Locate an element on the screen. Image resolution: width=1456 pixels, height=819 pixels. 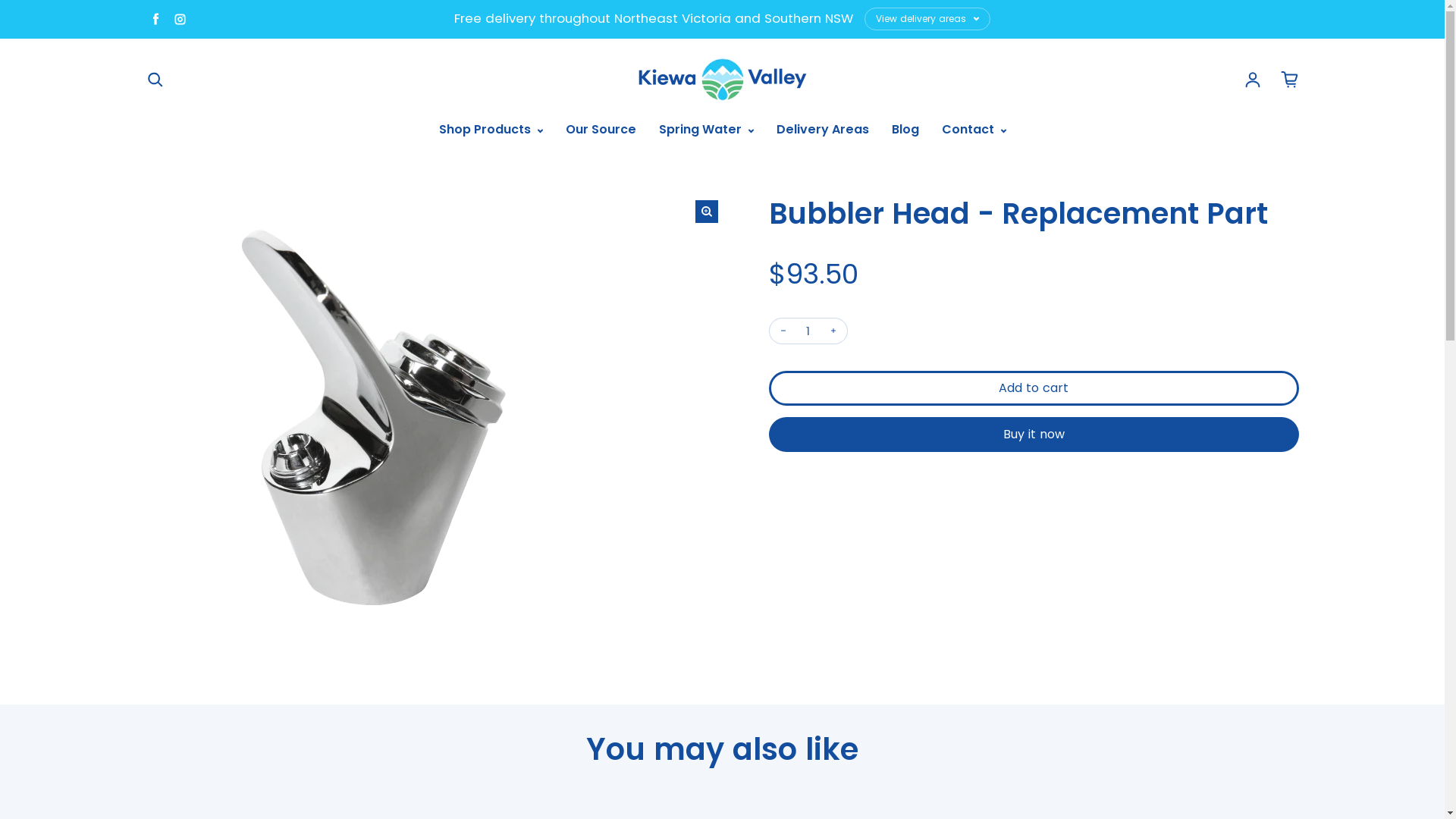
'Skip to content' is located at coordinates (0, 0).